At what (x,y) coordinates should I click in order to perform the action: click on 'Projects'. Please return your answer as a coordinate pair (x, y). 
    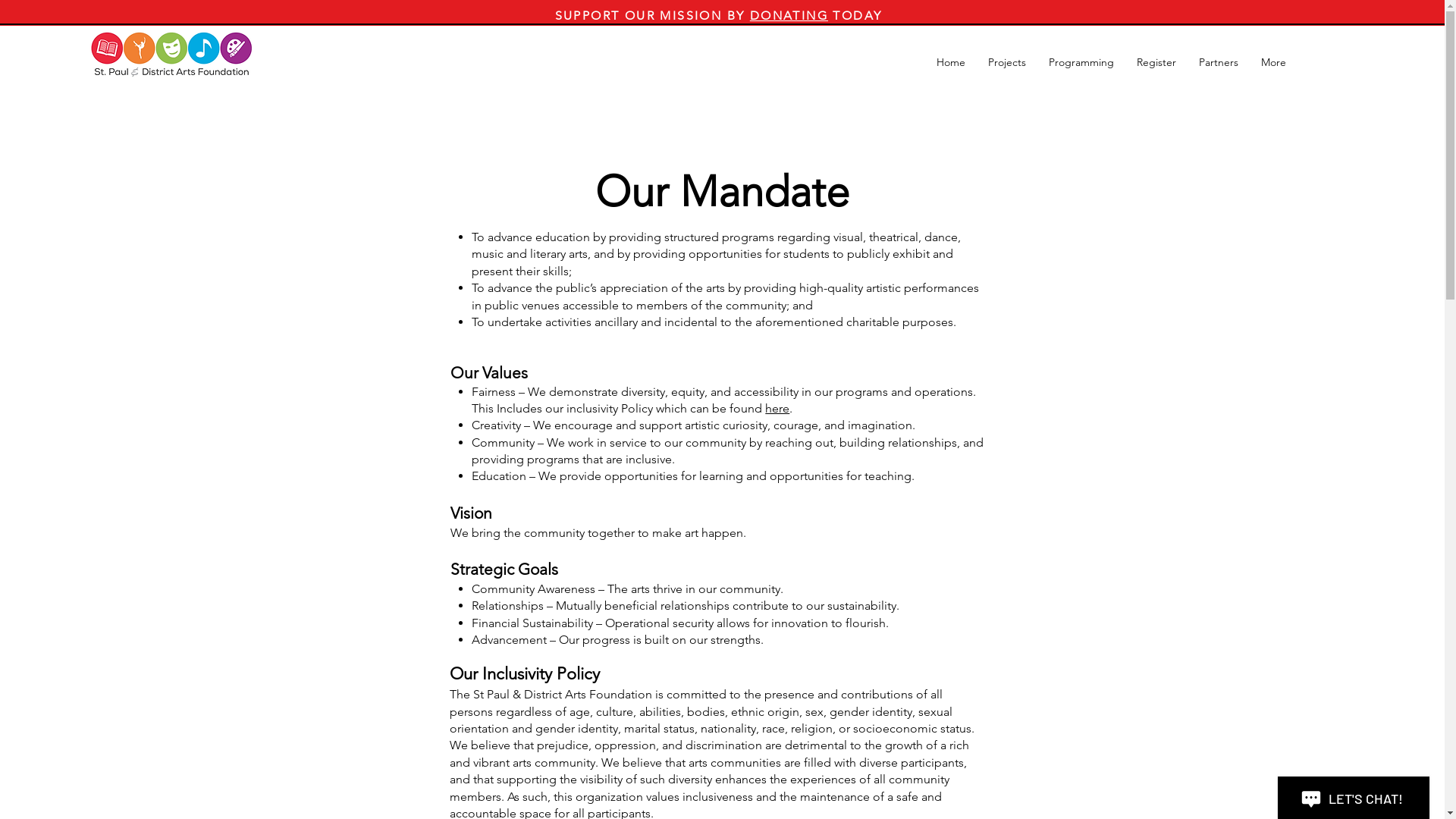
    Looking at the image, I should click on (1007, 61).